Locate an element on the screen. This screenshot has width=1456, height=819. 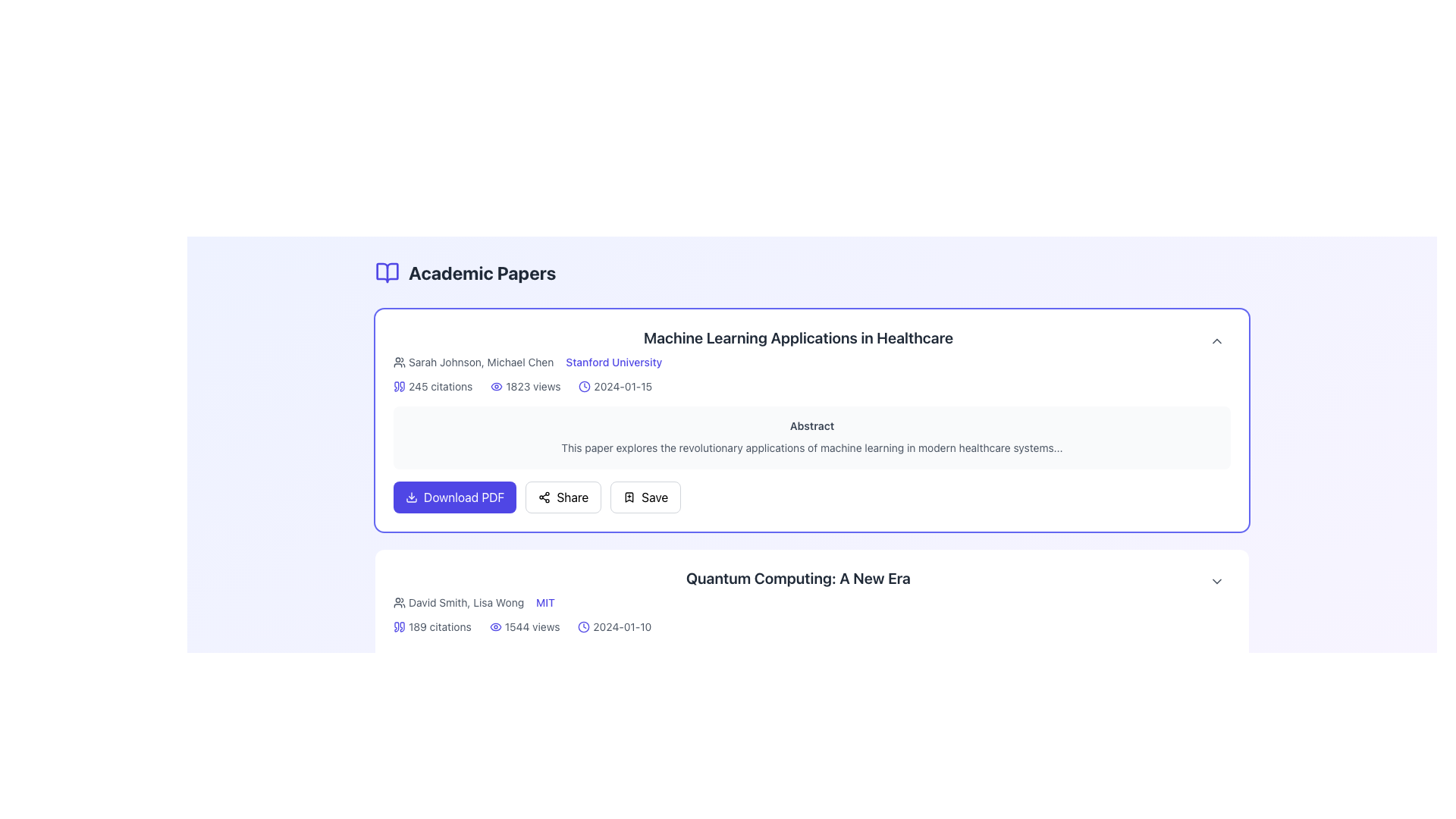
the stylized quote icon located in the citation section of the first academic paper card, which is a decorative element alongside the citation number is located at coordinates (397, 385).